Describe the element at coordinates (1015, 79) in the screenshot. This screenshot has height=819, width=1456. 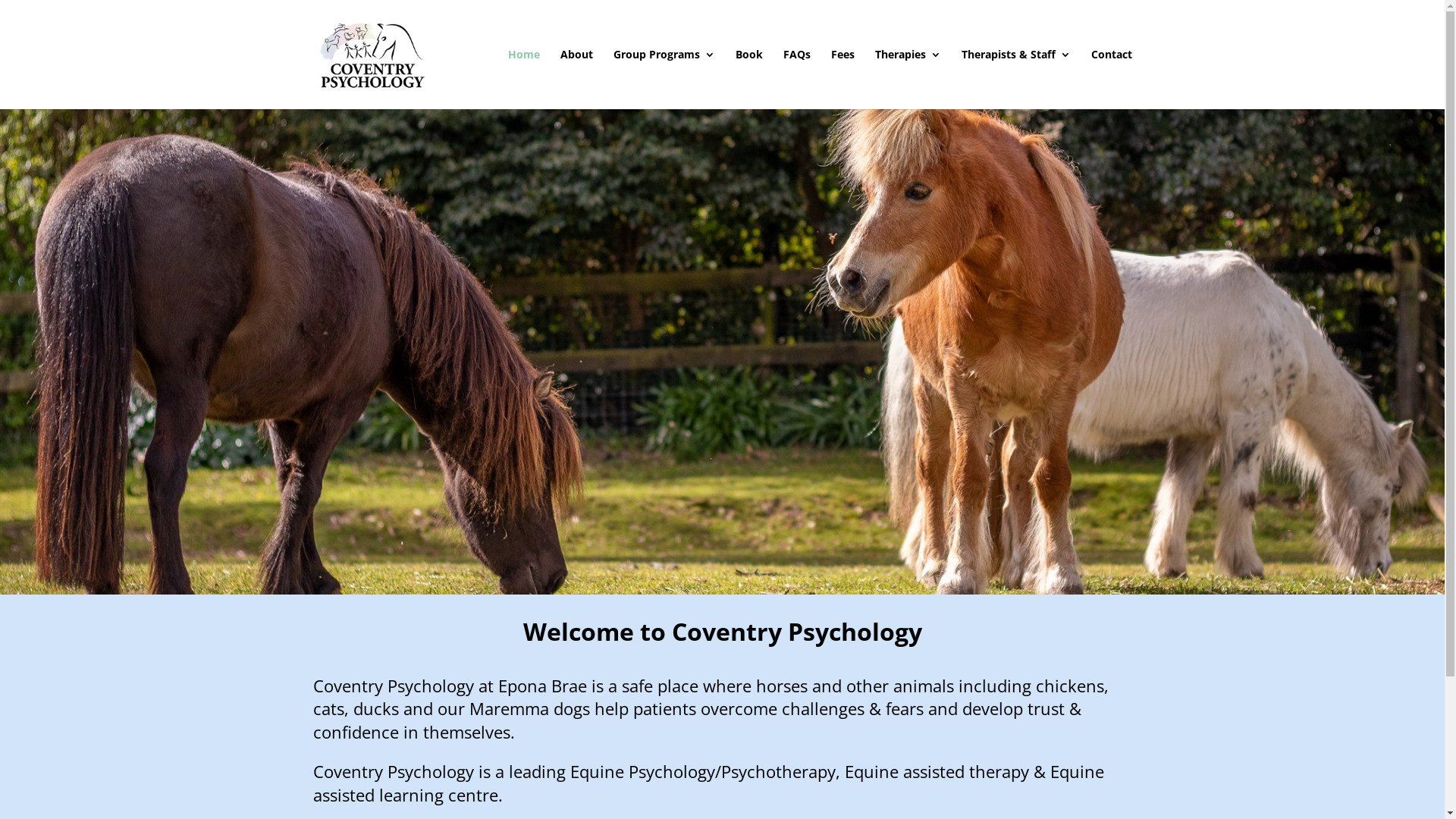
I see `'Therapists & Staff'` at that location.